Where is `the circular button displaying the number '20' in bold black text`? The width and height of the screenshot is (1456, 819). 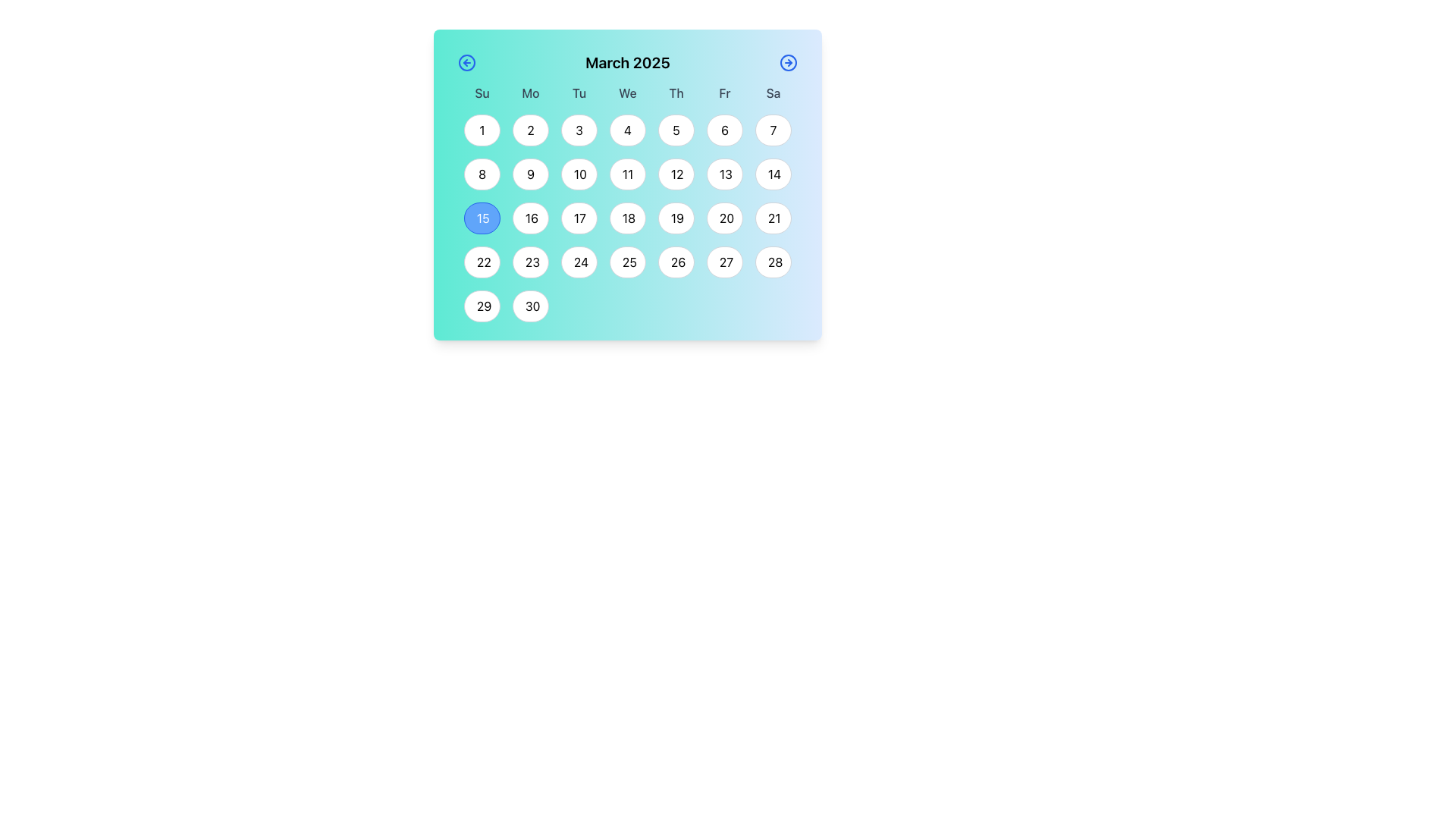 the circular button displaying the number '20' in bold black text is located at coordinates (723, 218).